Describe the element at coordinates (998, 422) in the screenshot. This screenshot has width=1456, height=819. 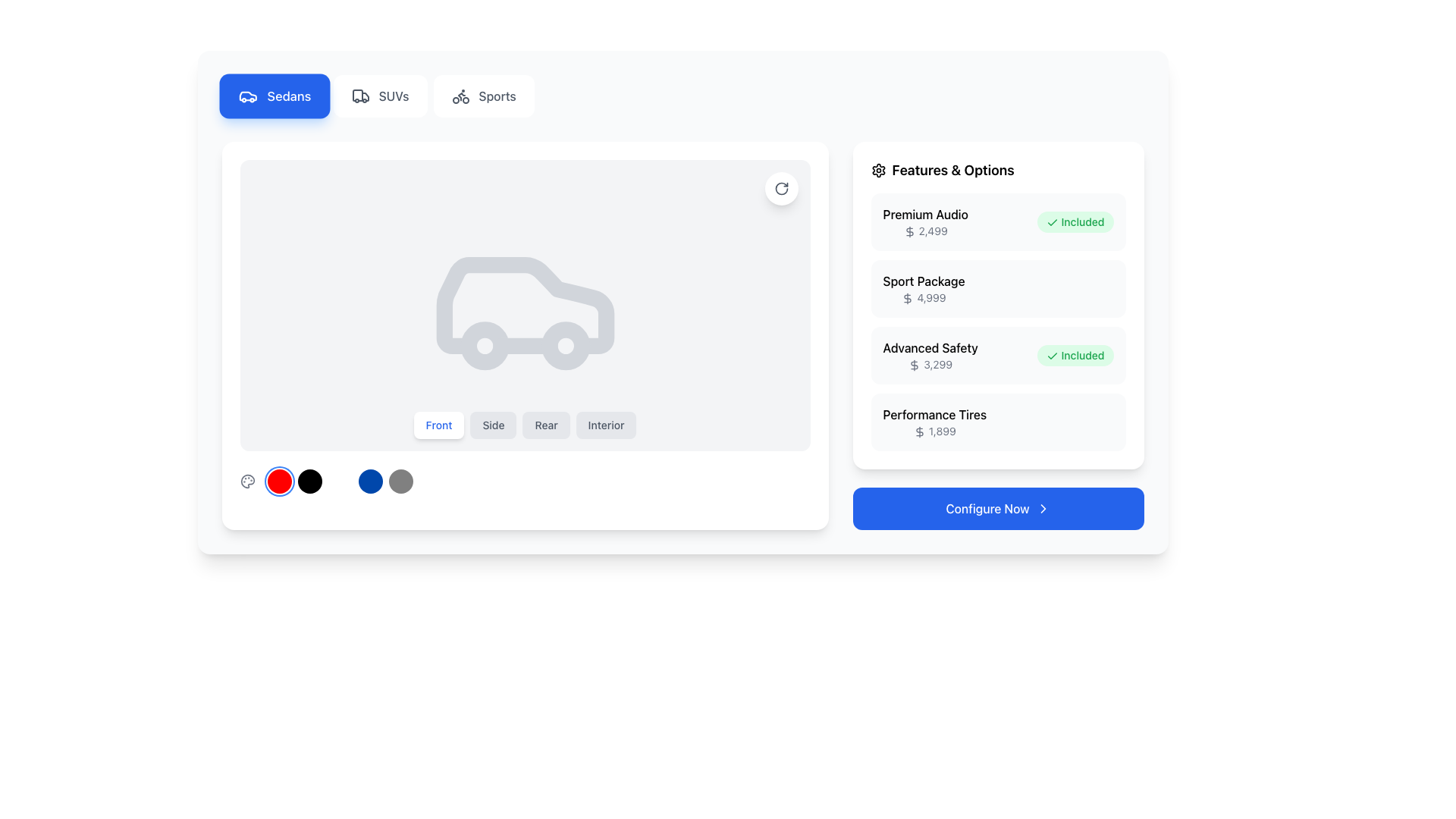
I see `the textual list item labeled 'Performance Tires' with the price '$1,899'` at that location.